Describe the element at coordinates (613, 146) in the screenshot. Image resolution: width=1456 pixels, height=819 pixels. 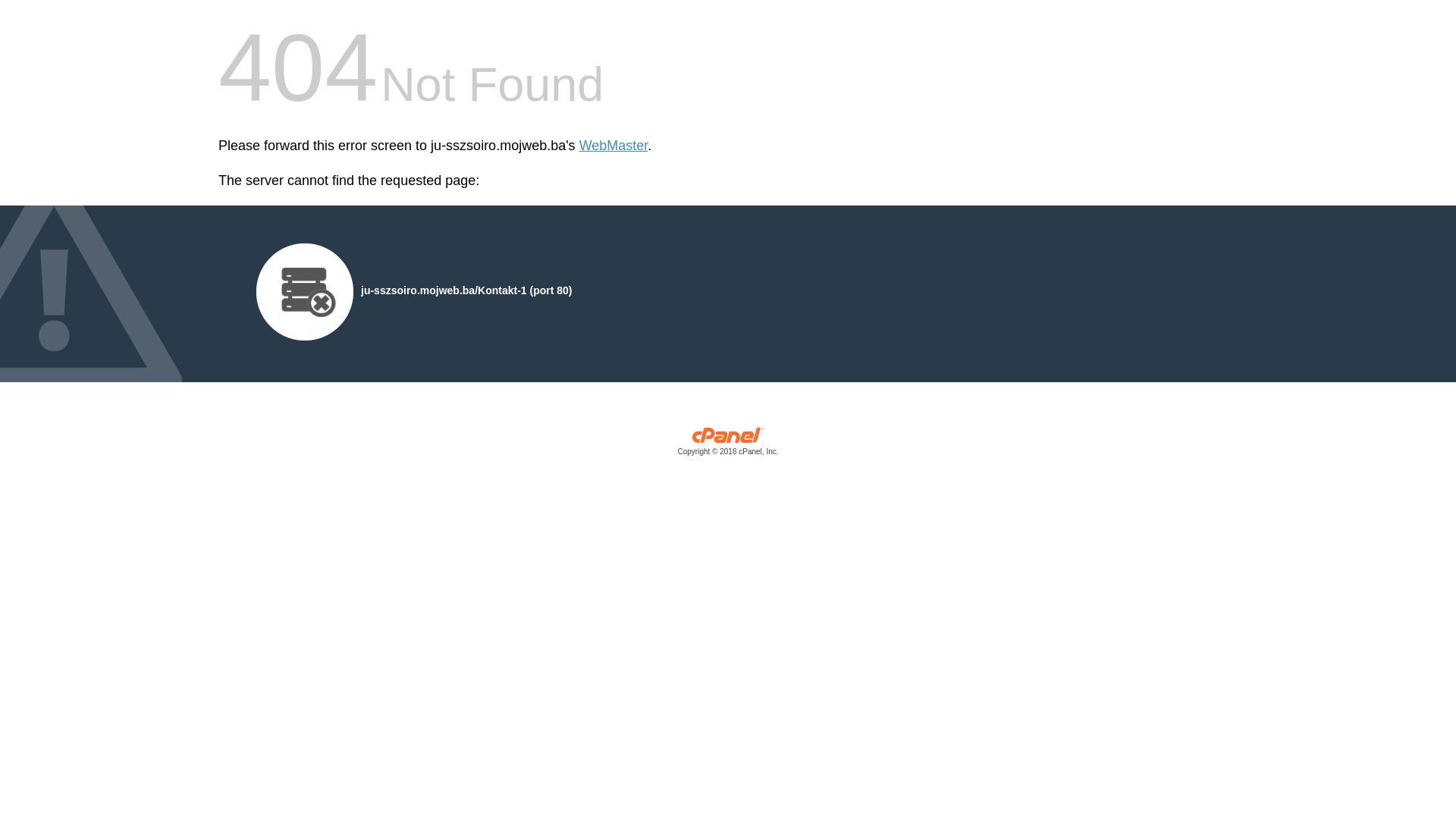
I see `'WebMaster'` at that location.